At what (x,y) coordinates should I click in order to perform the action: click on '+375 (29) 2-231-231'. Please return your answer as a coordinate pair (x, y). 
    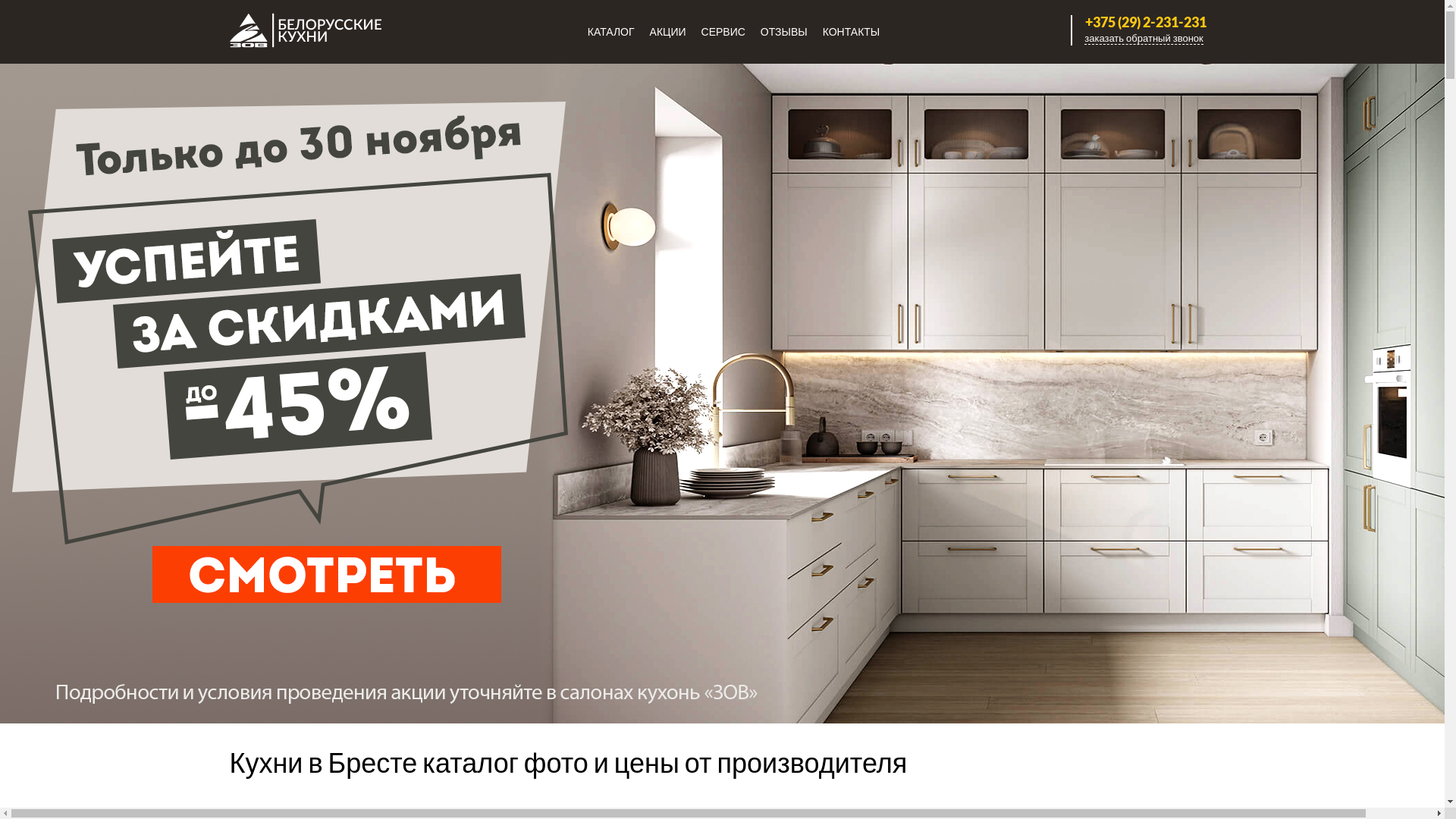
    Looking at the image, I should click on (1072, 22).